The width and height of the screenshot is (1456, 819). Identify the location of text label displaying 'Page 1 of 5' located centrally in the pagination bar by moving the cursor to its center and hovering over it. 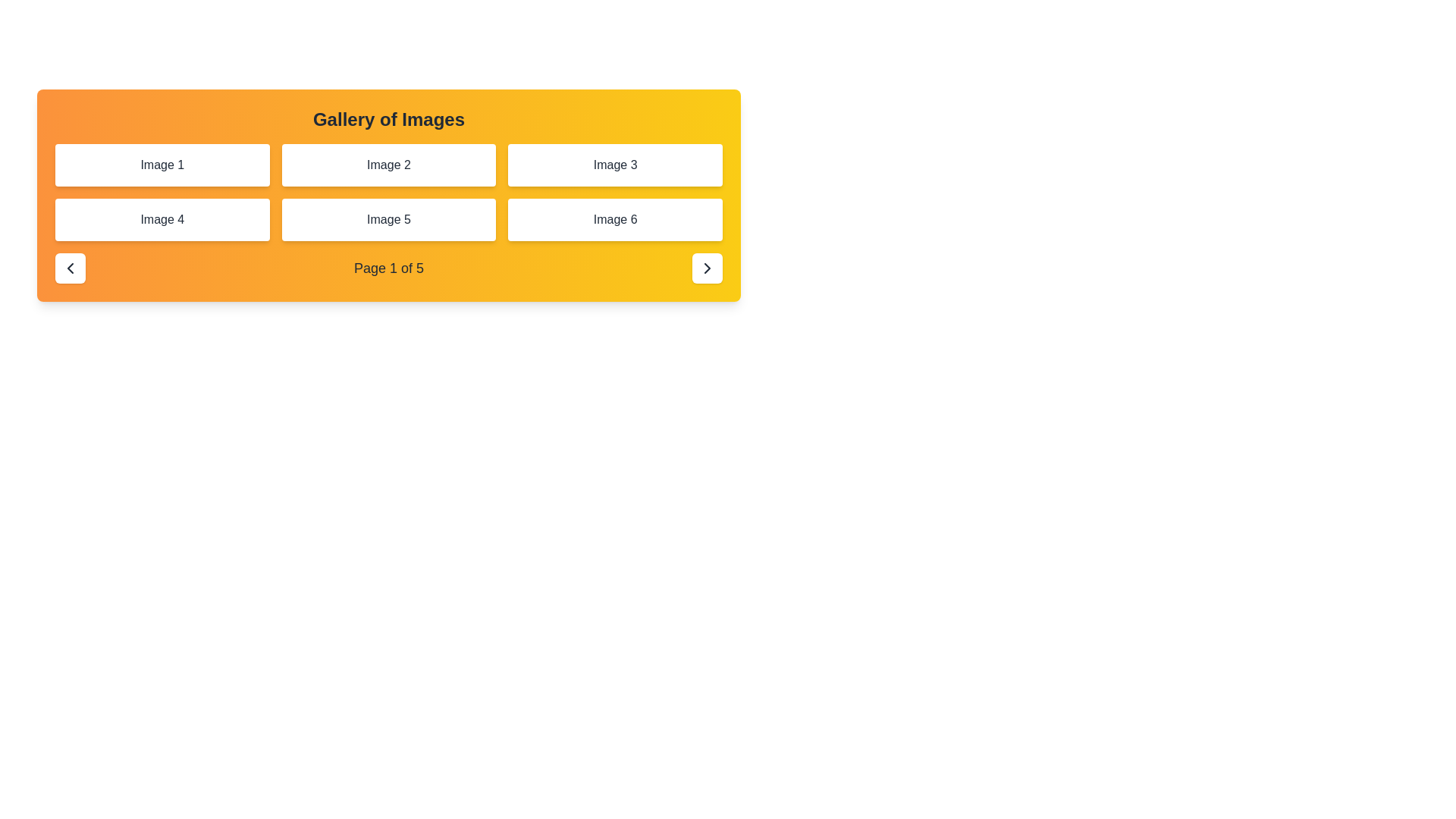
(389, 268).